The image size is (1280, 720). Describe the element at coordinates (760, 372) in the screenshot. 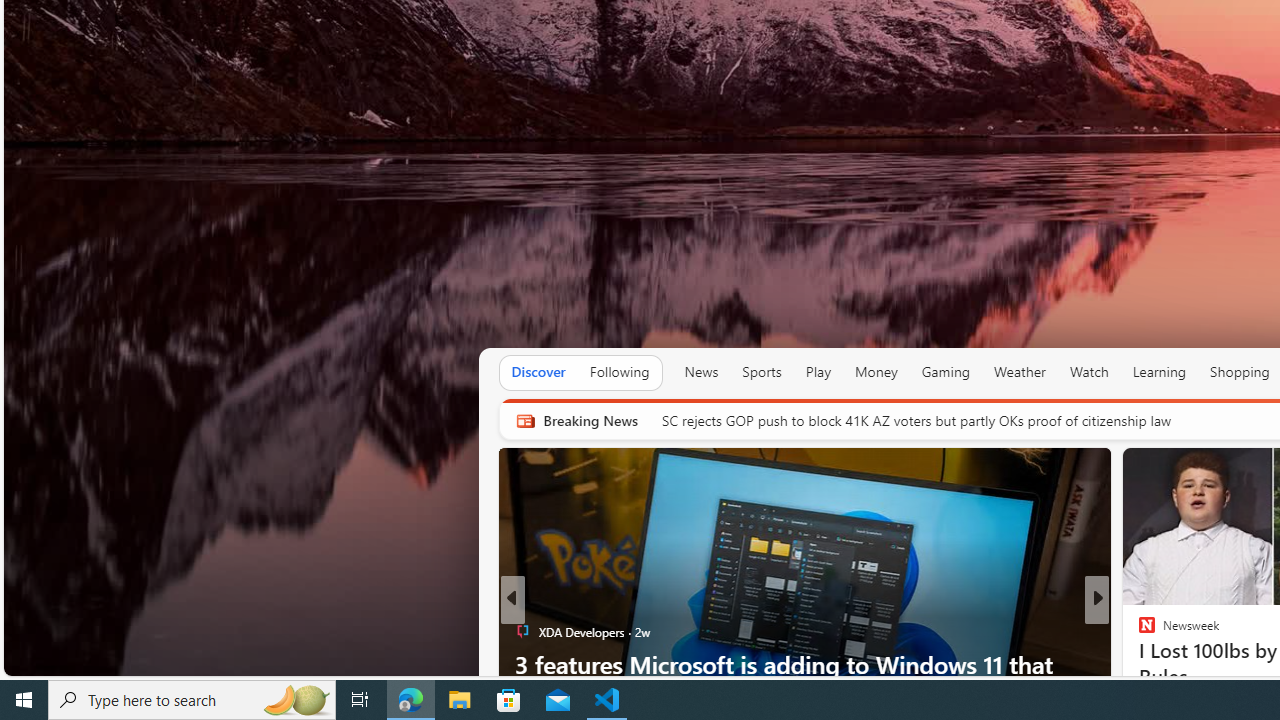

I see `'Sports'` at that location.